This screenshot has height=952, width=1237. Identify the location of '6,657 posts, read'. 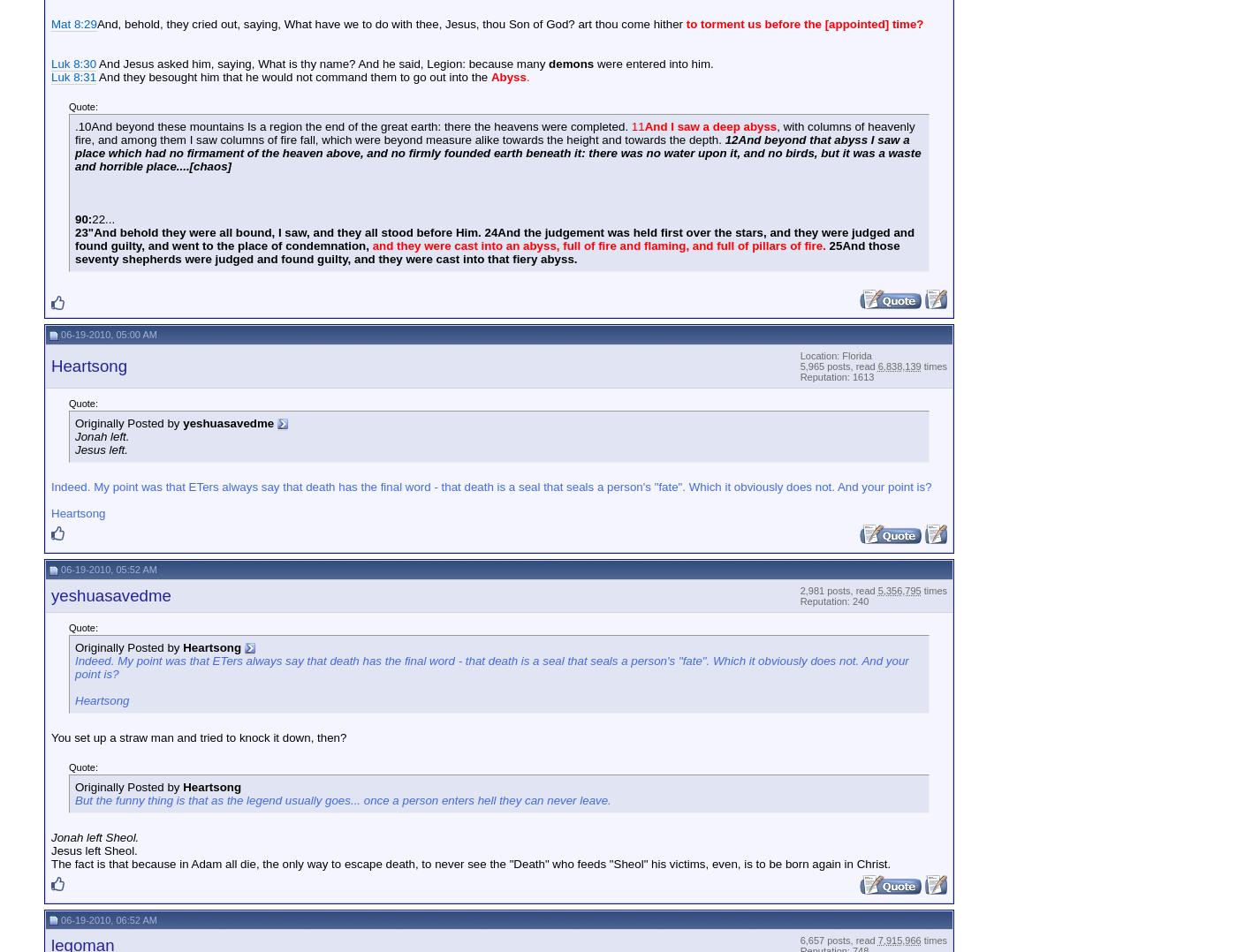
(839, 940).